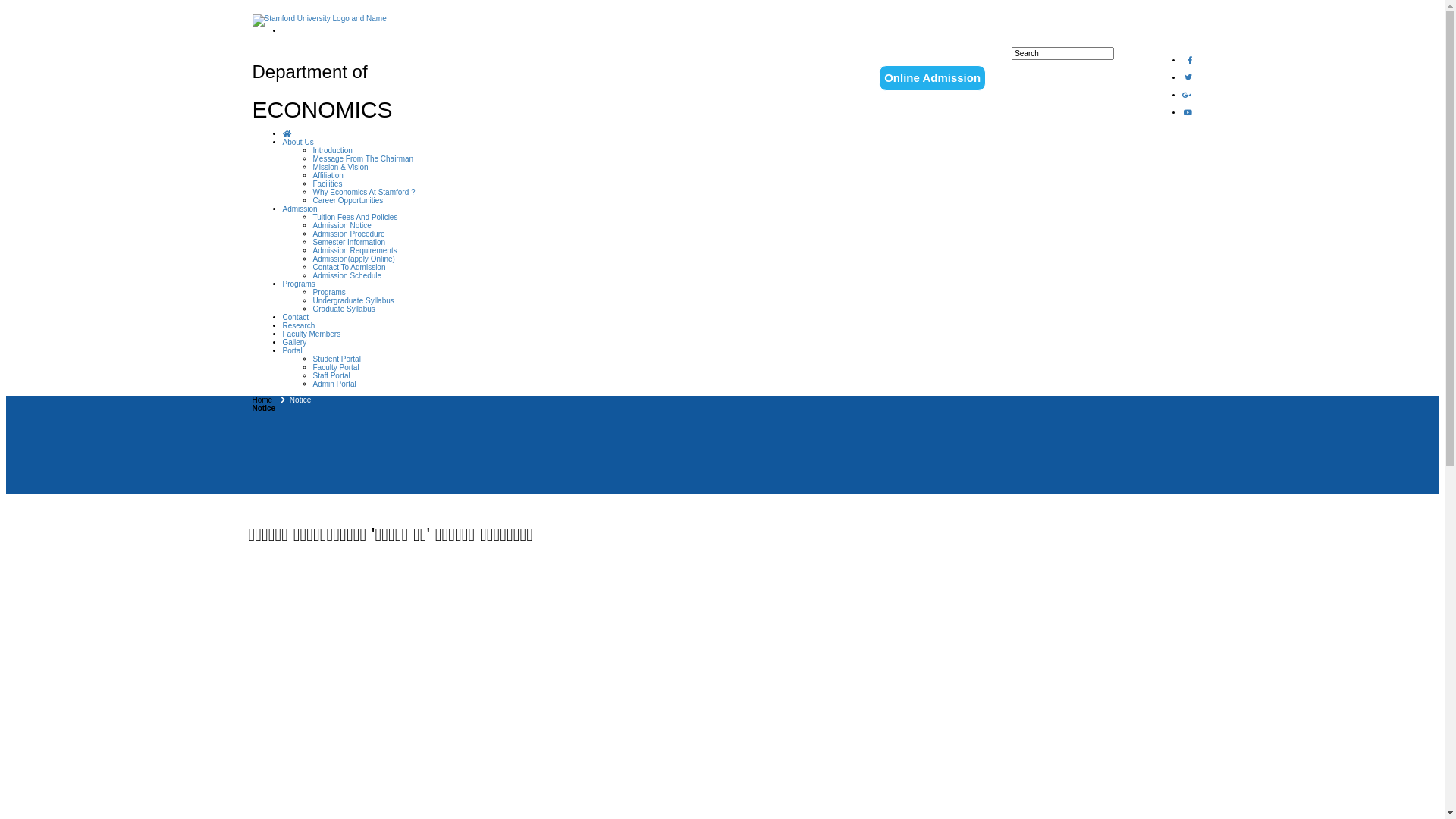  What do you see at coordinates (294, 316) in the screenshot?
I see `'Contact'` at bounding box center [294, 316].